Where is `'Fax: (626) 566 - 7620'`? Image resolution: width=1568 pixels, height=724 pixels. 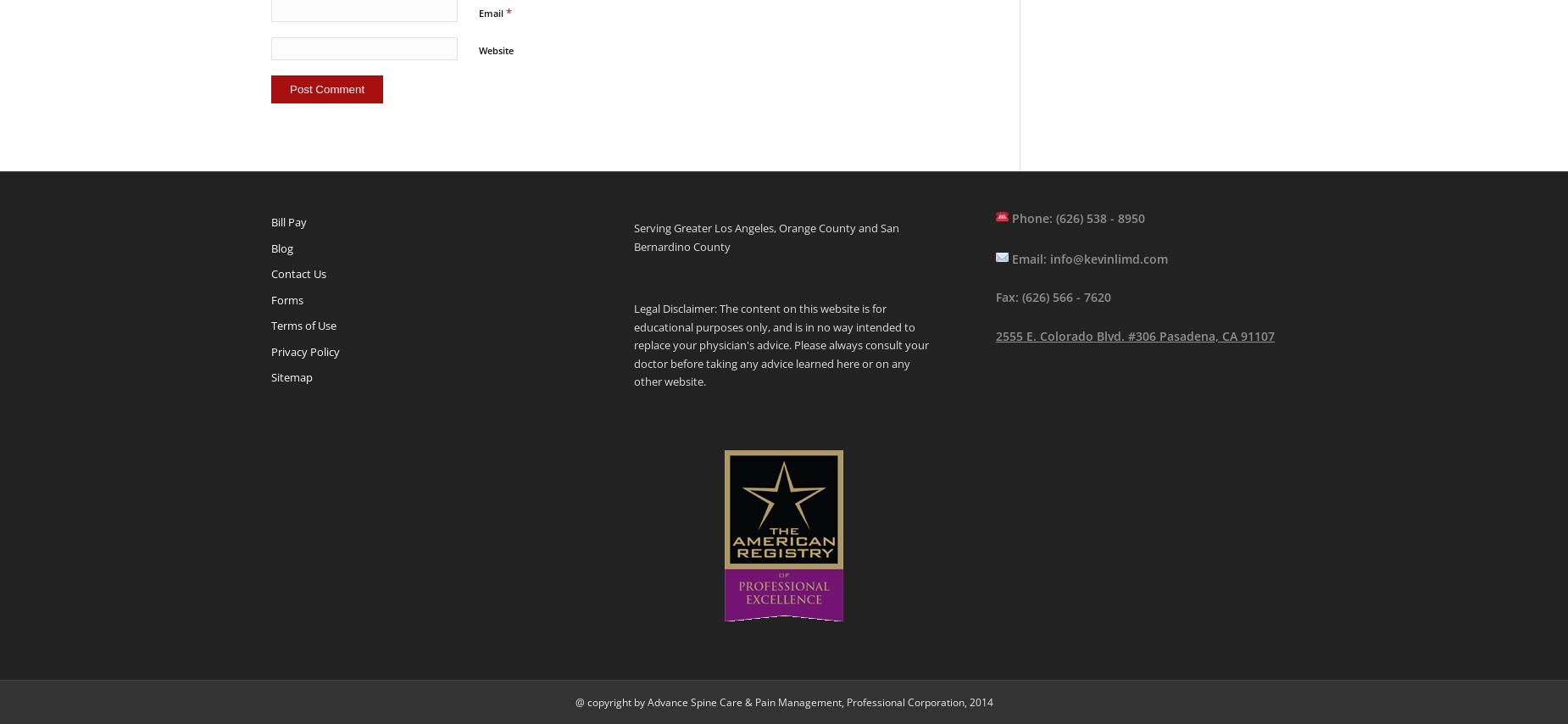 'Fax: (626) 566 - 7620' is located at coordinates (1053, 297).